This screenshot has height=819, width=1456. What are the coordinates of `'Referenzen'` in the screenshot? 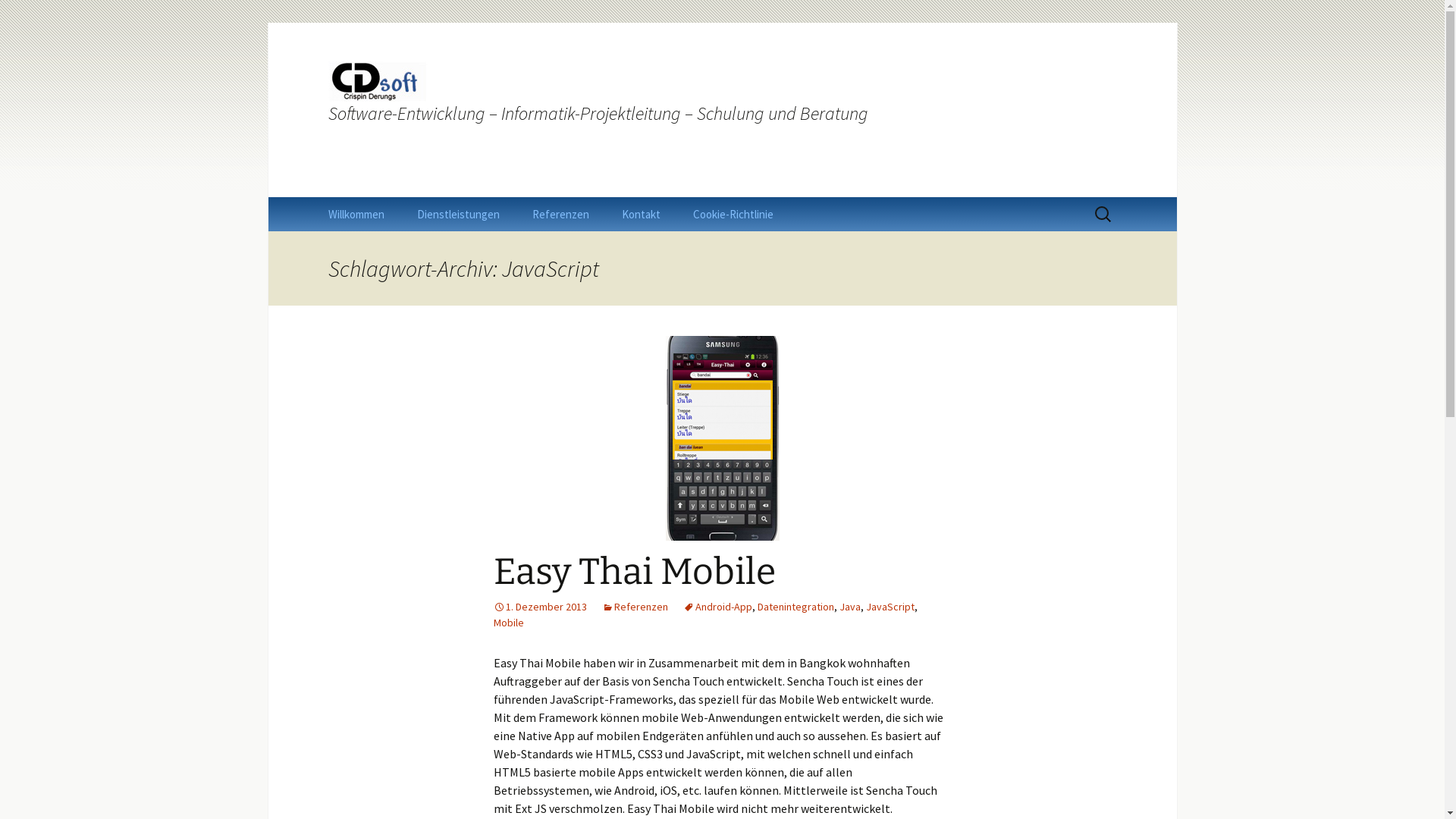 It's located at (635, 605).